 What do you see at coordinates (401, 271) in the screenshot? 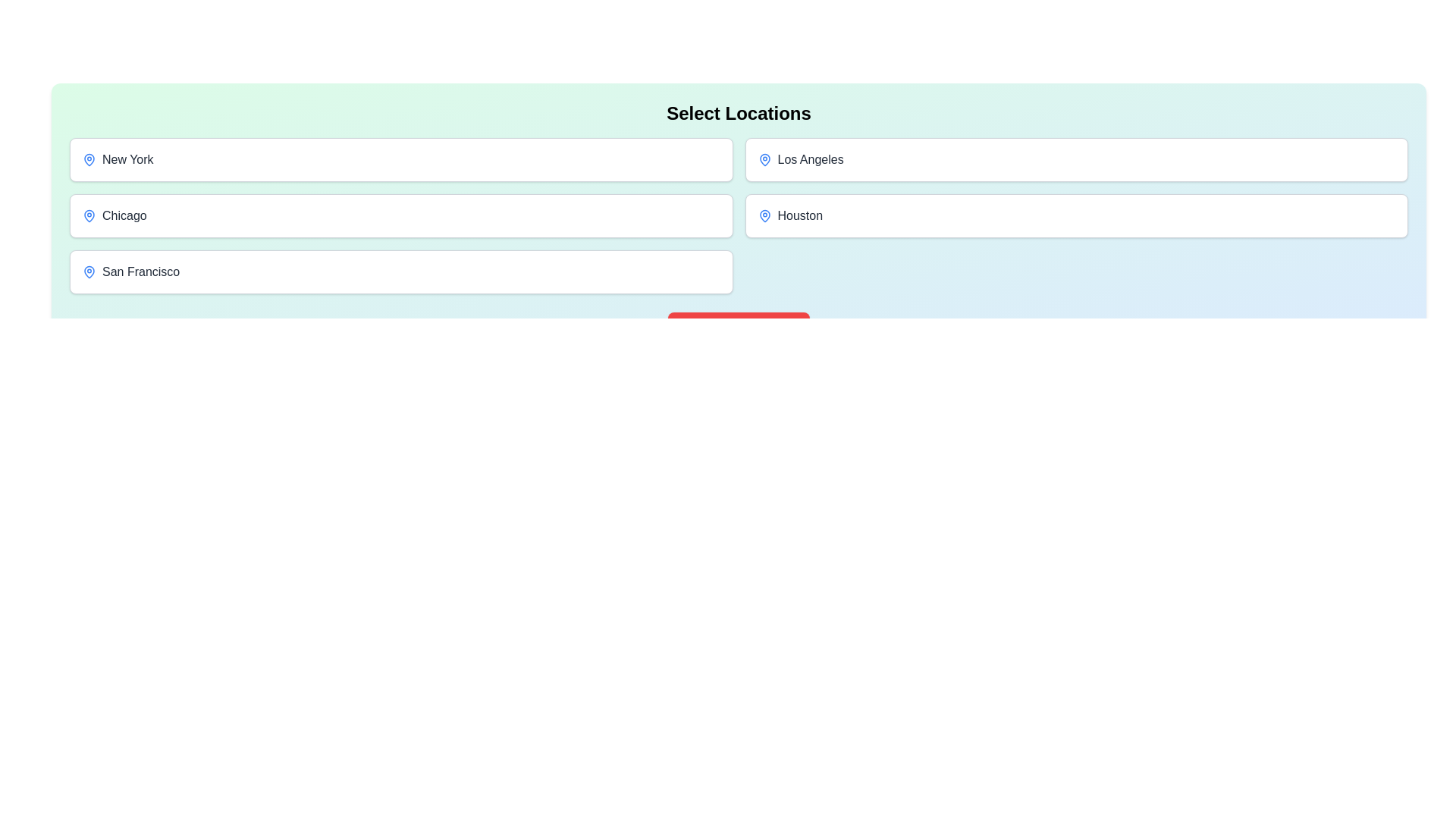
I see `the button corresponding to the location San Francisco` at bounding box center [401, 271].